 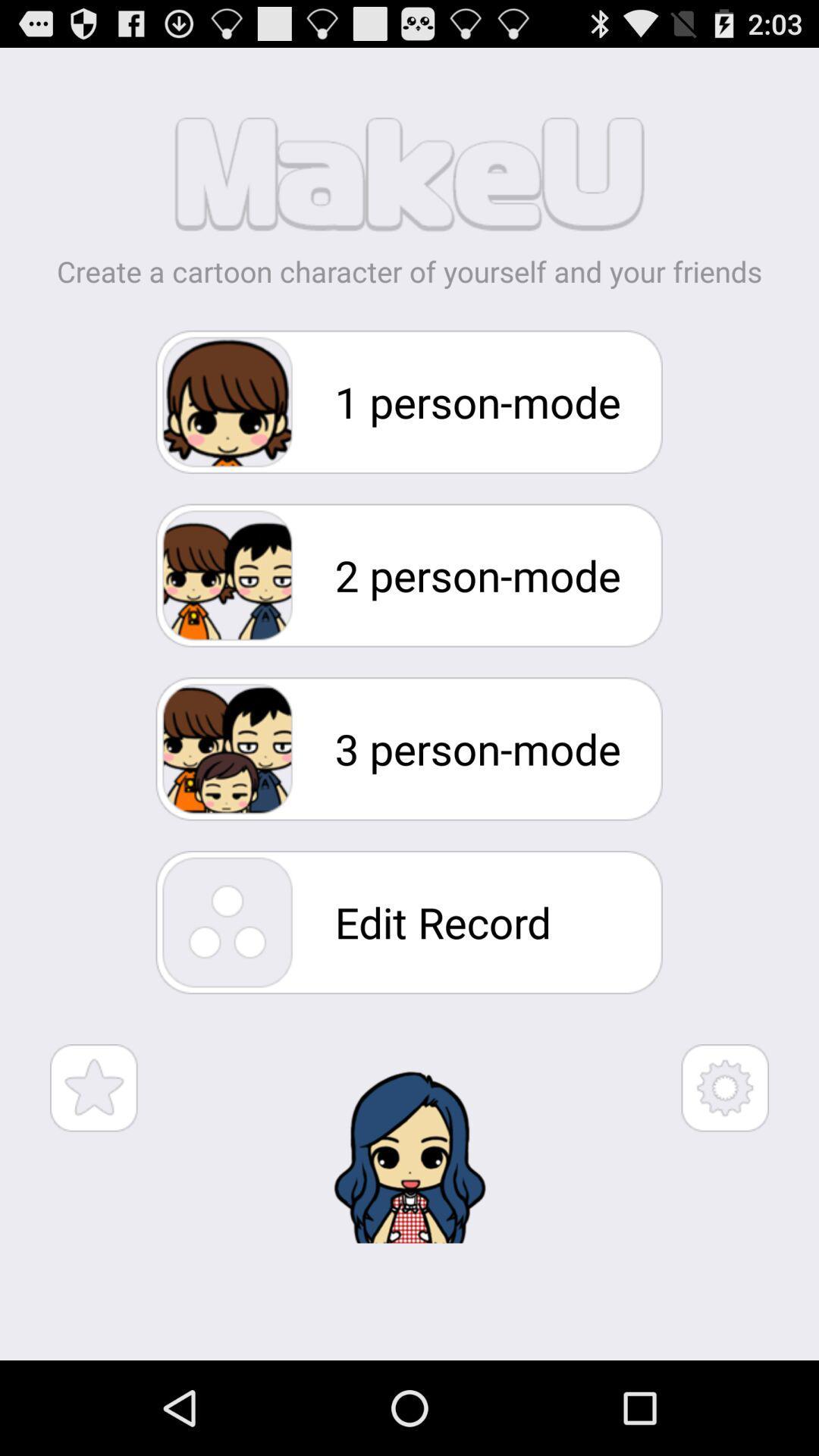 What do you see at coordinates (724, 1087) in the screenshot?
I see `settings` at bounding box center [724, 1087].